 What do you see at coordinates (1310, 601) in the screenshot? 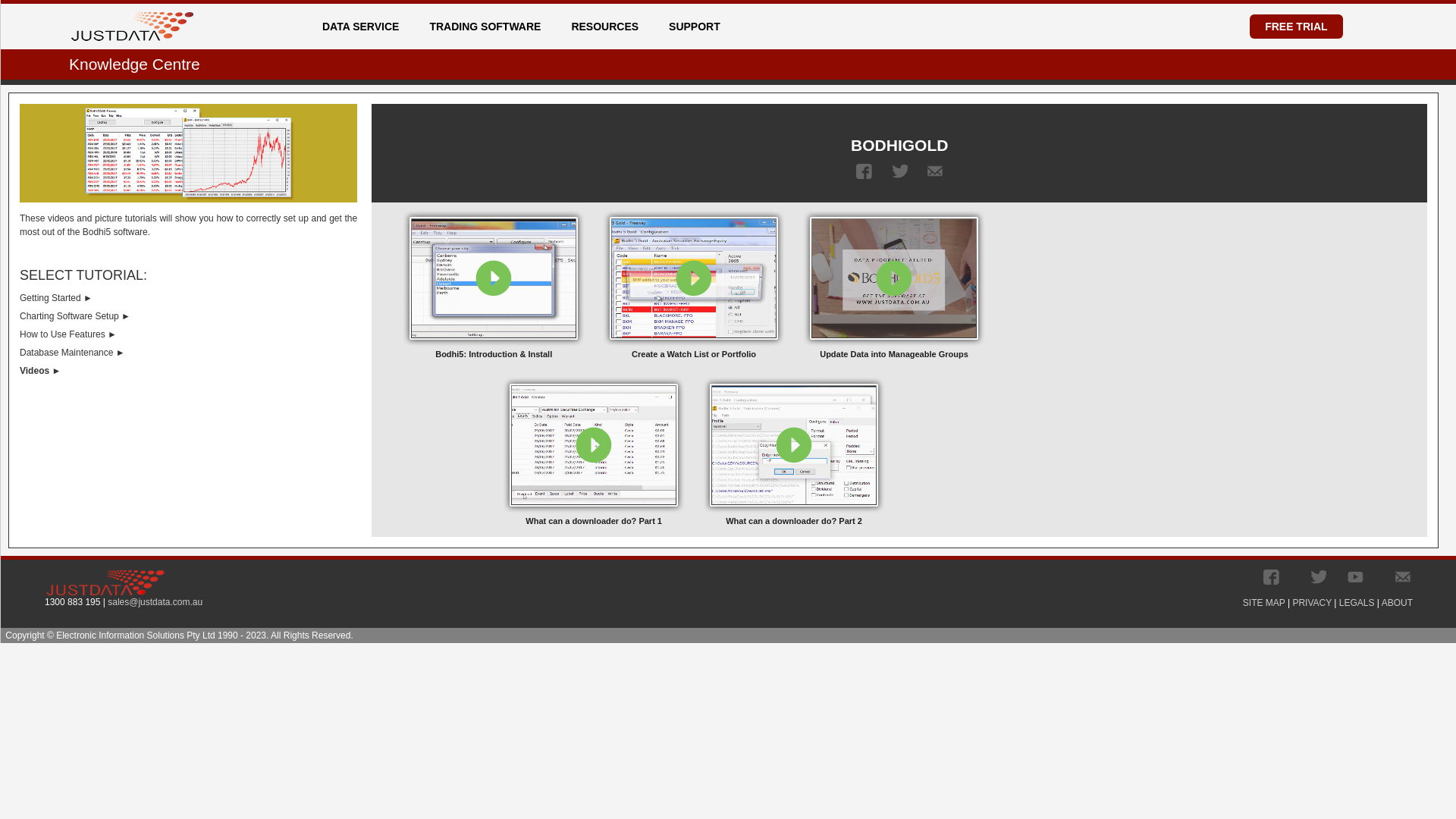
I see `'PRIVACY'` at bounding box center [1310, 601].